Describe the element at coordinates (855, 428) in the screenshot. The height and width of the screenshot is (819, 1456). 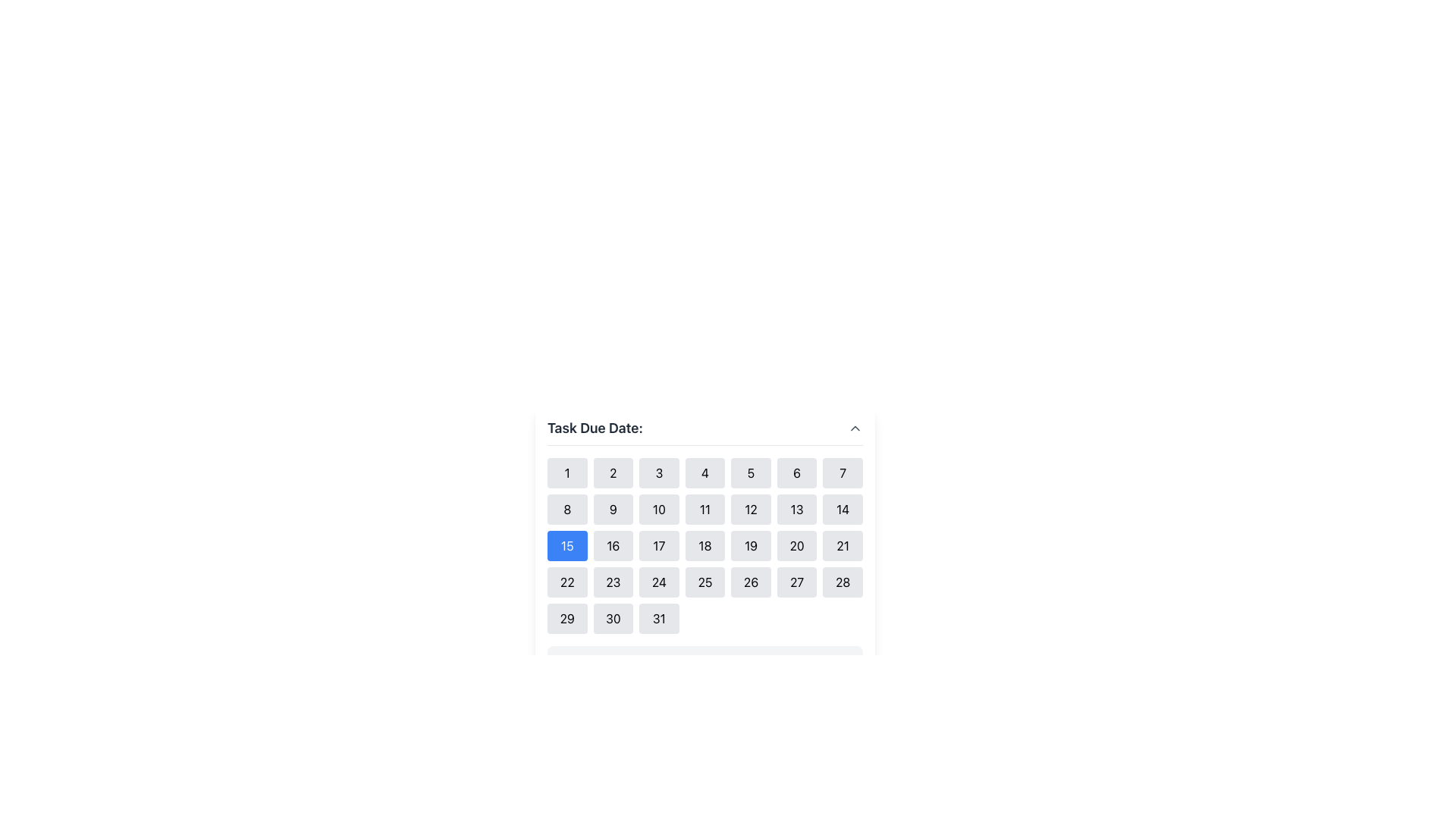
I see `the upward-pointing chevron icon next to the 'Task Due Date:' label` at that location.